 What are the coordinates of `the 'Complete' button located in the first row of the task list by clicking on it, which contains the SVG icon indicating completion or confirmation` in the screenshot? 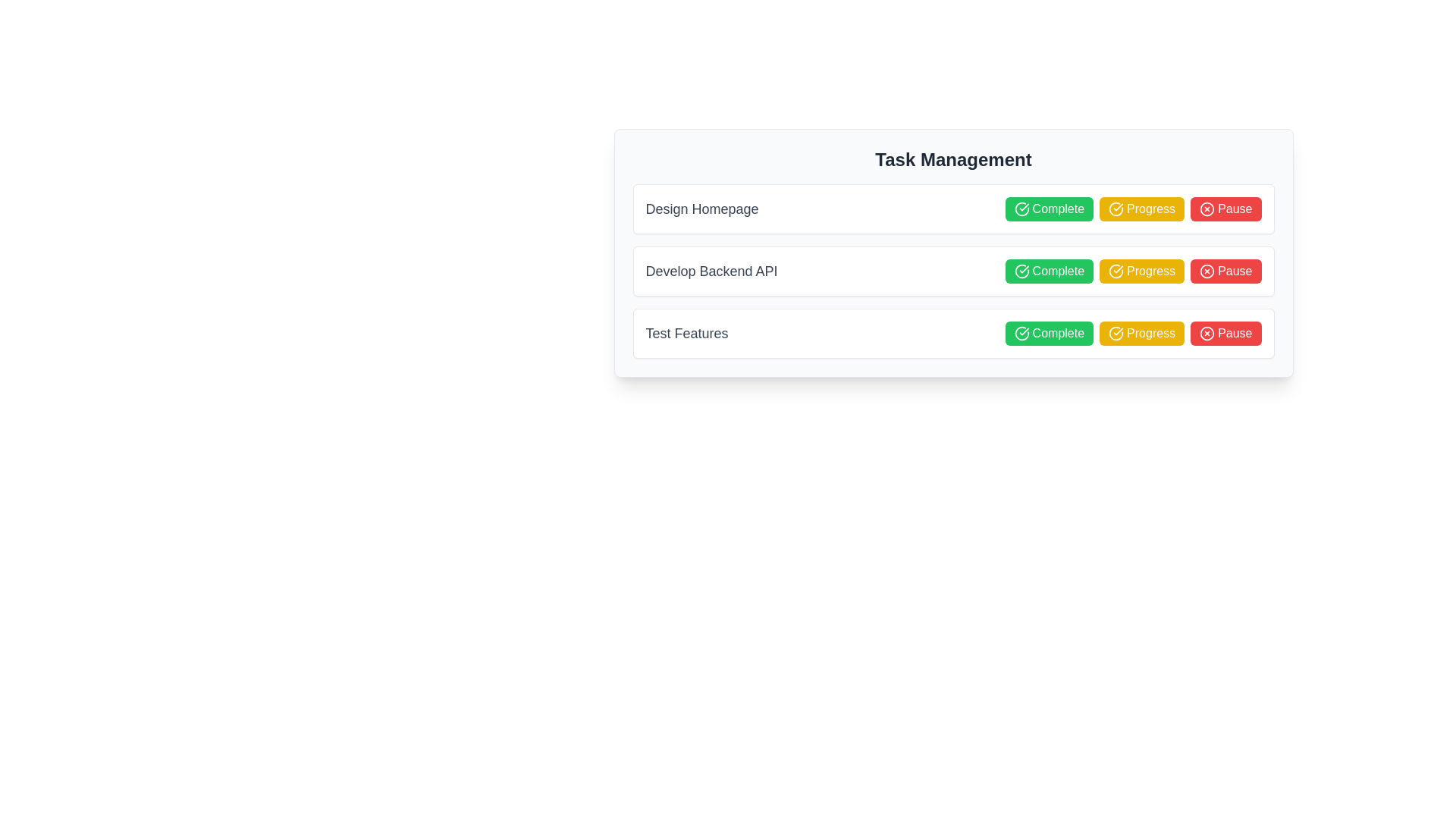 It's located at (1021, 209).